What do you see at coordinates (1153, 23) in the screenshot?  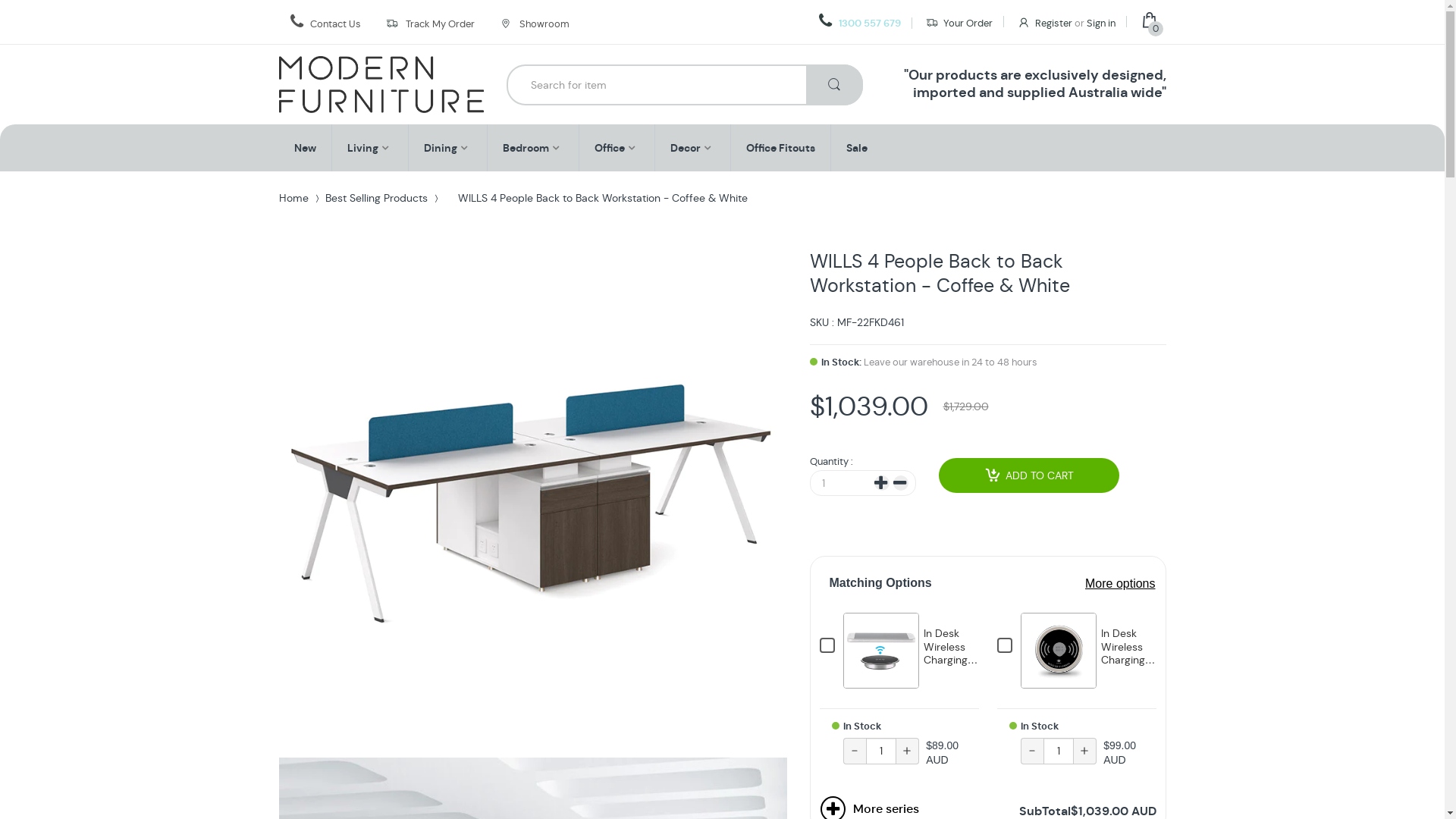 I see `'0'` at bounding box center [1153, 23].